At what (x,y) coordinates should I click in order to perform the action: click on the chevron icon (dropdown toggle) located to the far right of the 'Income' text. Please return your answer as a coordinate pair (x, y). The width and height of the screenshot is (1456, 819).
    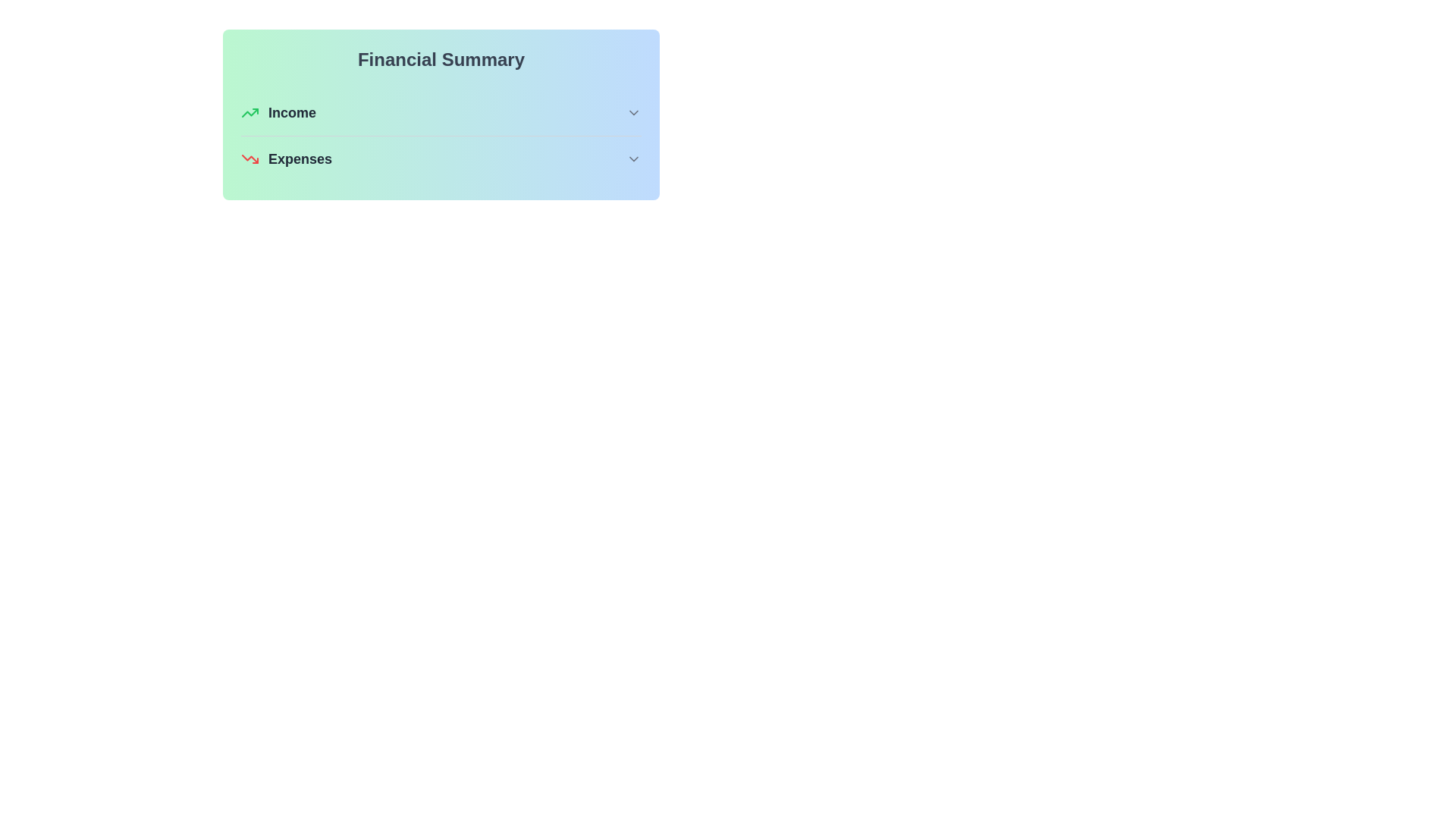
    Looking at the image, I should click on (633, 112).